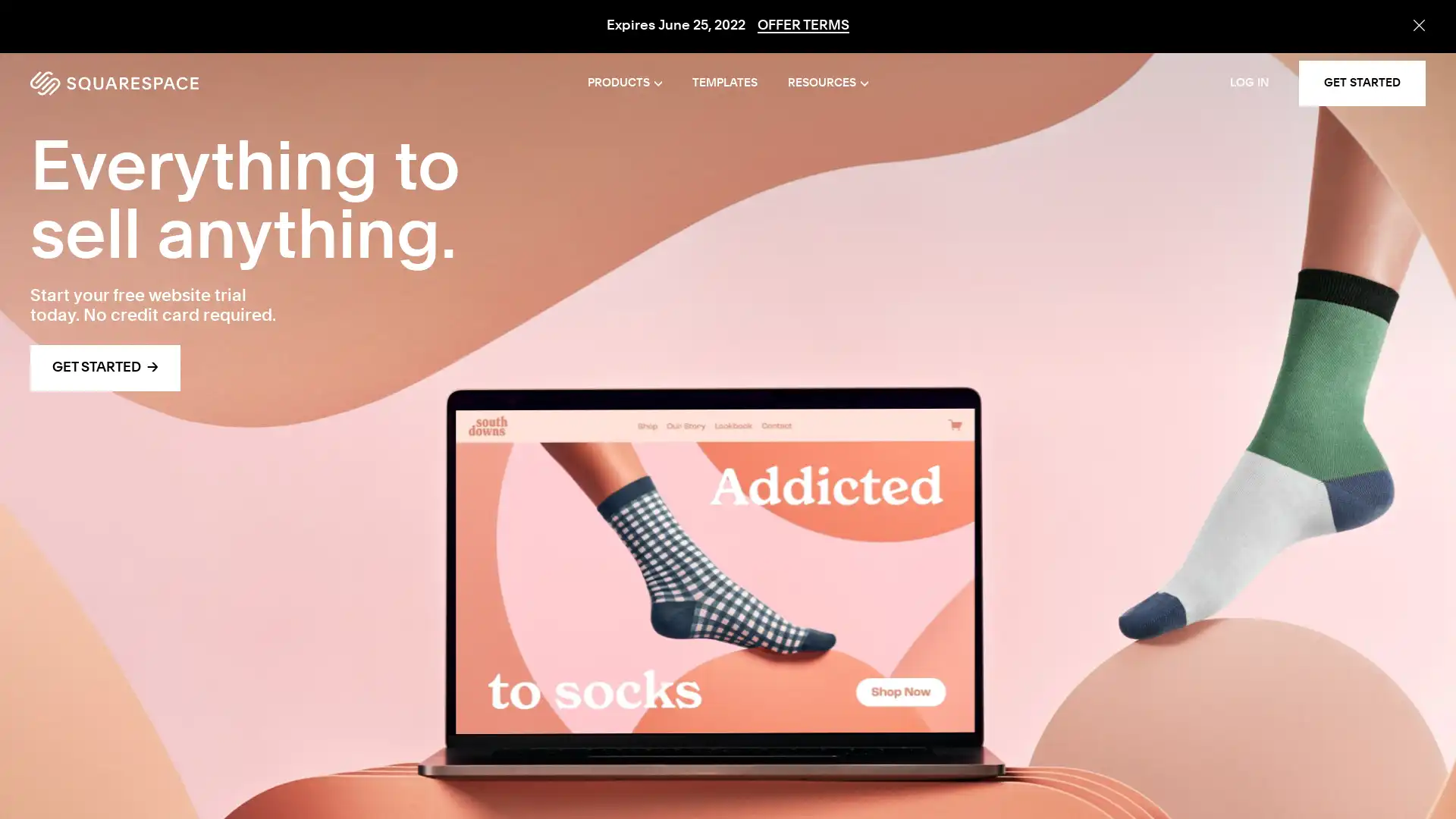  What do you see at coordinates (827, 83) in the screenshot?
I see `Resources dropdown menu` at bounding box center [827, 83].